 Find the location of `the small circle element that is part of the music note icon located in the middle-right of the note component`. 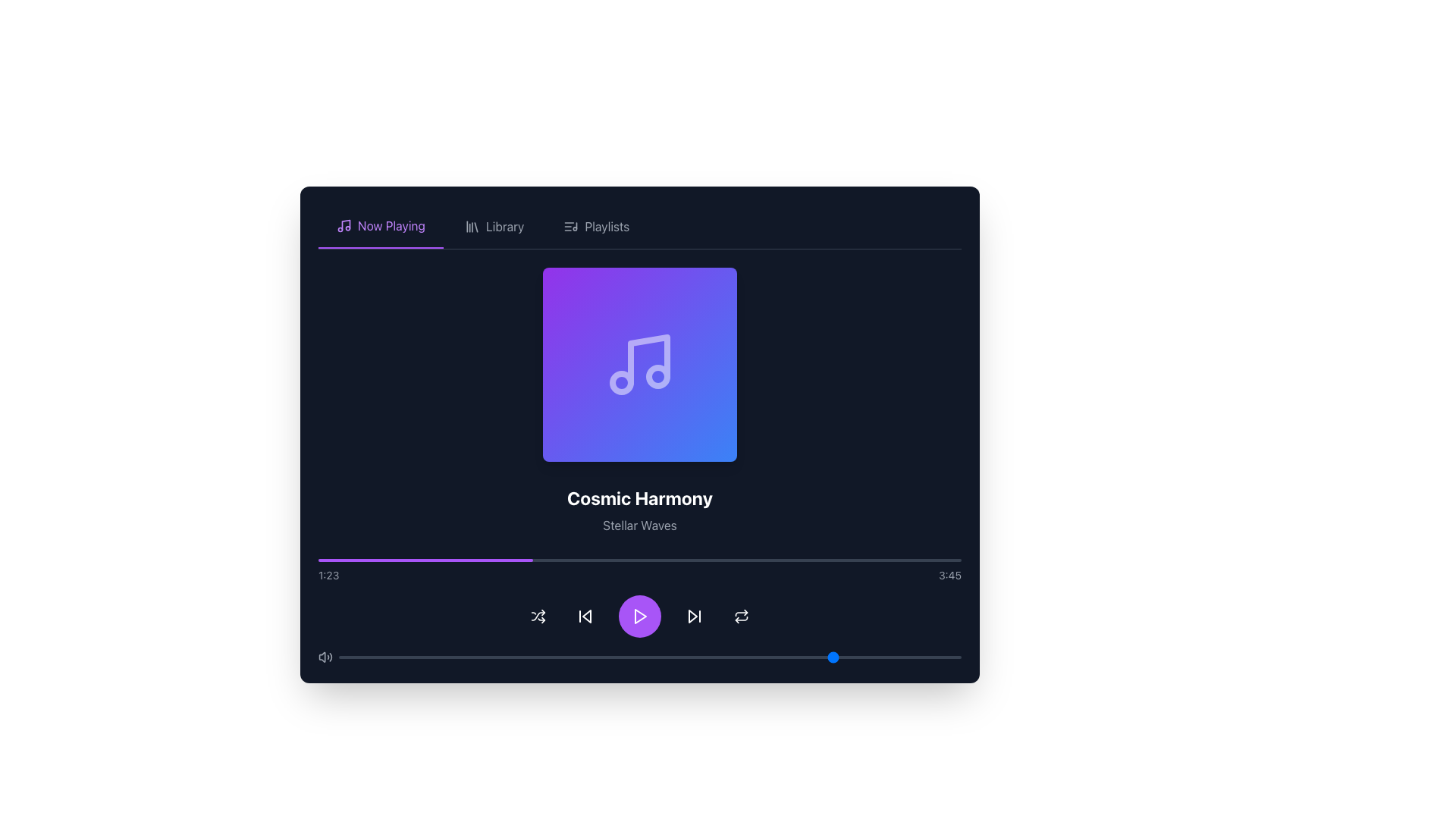

the small circle element that is part of the music note icon located in the middle-right of the note component is located at coordinates (658, 376).